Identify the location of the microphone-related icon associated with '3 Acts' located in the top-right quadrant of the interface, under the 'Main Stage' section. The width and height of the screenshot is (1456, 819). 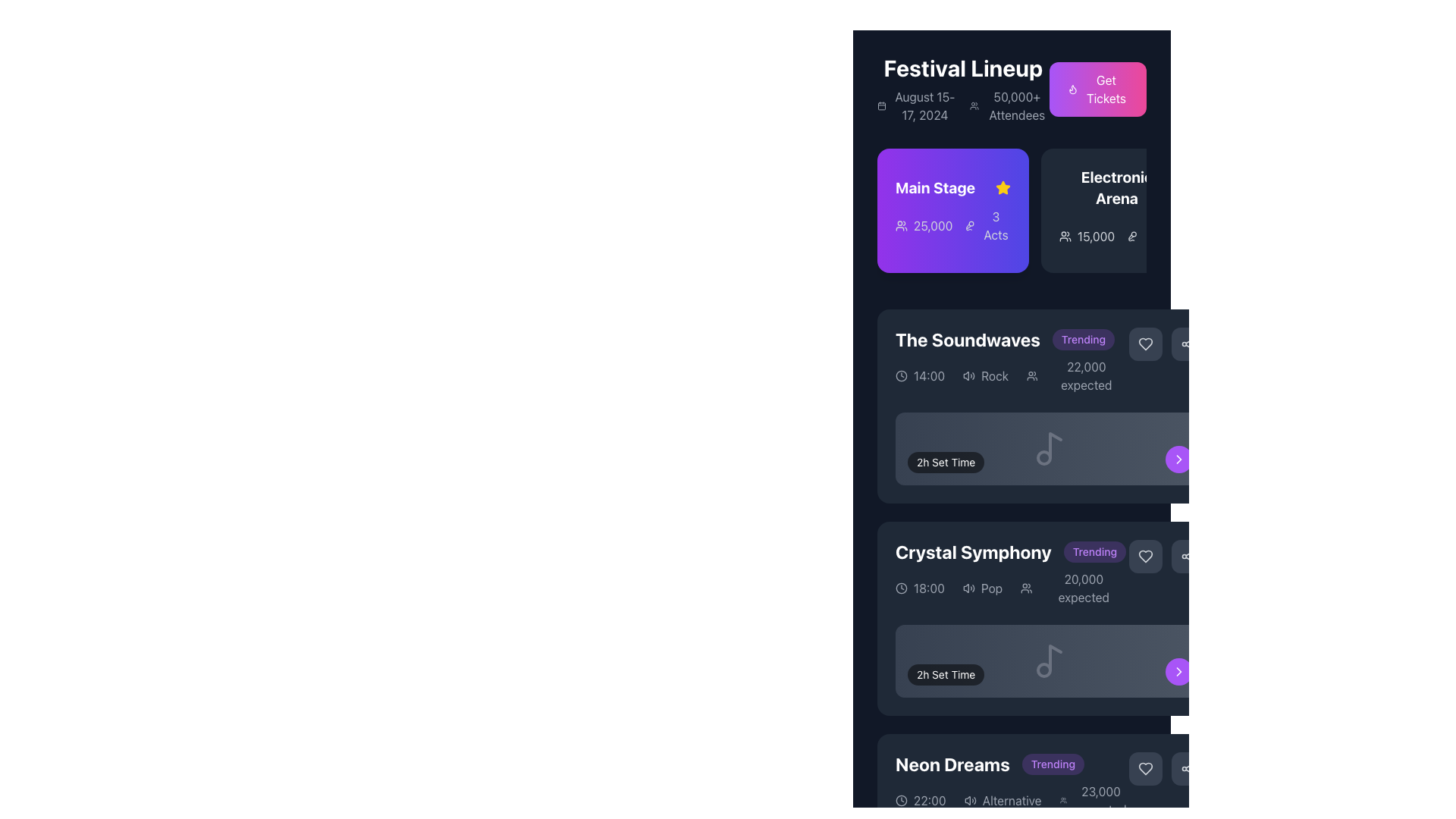
(969, 225).